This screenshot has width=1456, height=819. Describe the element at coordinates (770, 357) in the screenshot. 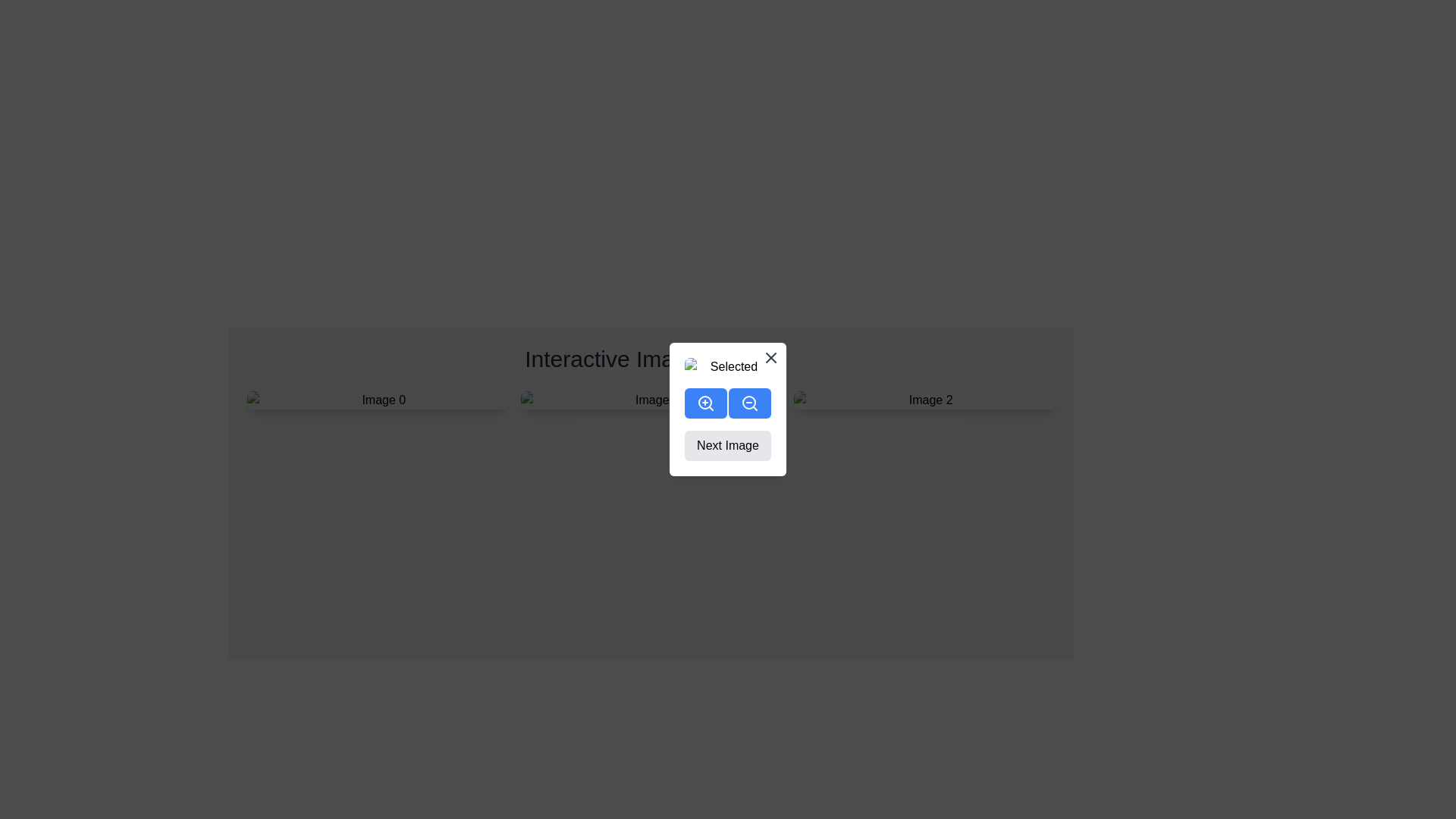

I see `the circular close button with an 'X' icon located at the upper-right corner of the white modal box` at that location.